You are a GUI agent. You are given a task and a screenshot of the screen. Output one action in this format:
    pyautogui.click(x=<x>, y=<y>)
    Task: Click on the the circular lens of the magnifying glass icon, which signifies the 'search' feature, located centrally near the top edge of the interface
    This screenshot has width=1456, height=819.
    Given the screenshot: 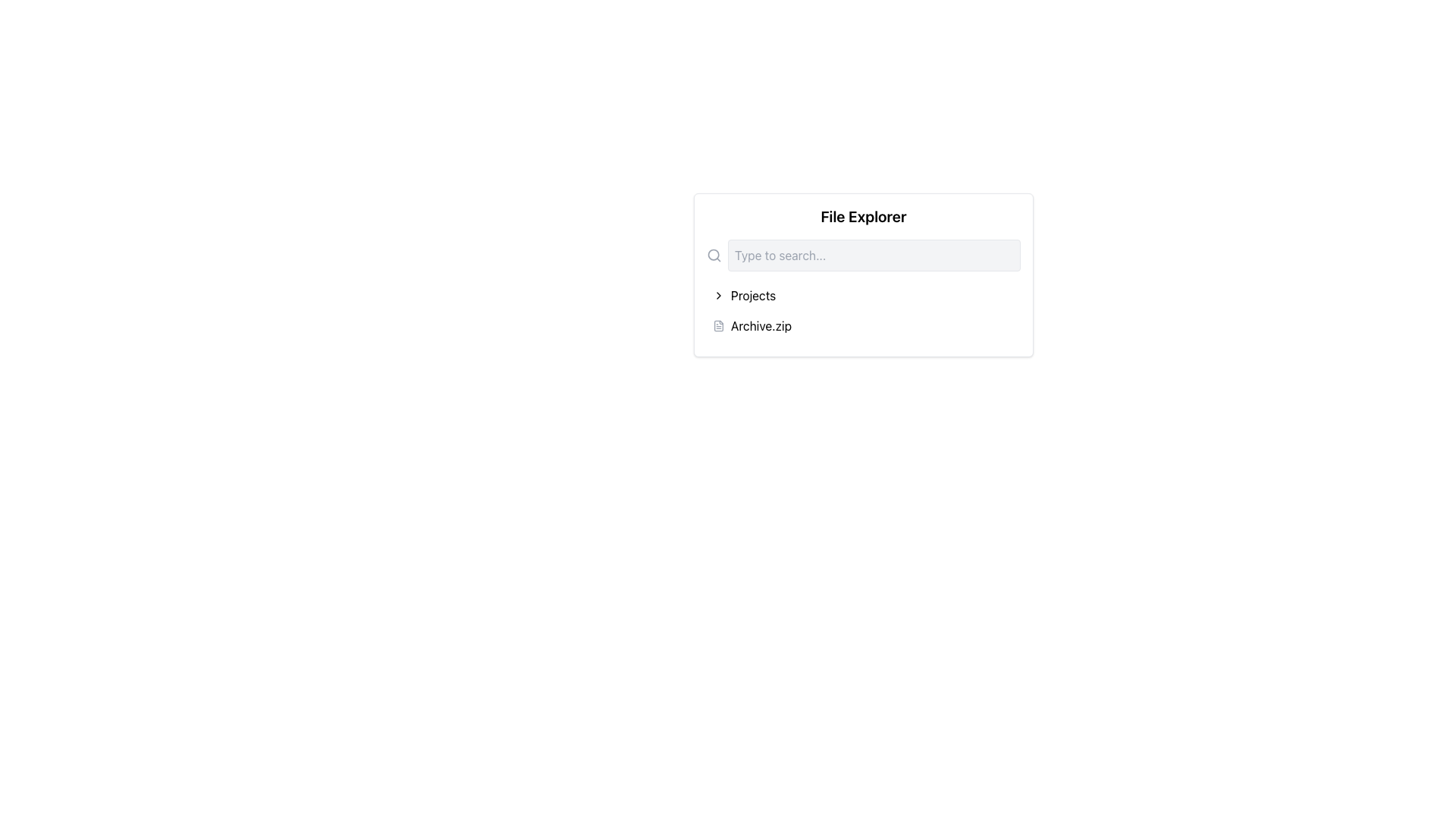 What is the action you would take?
    pyautogui.click(x=713, y=254)
    